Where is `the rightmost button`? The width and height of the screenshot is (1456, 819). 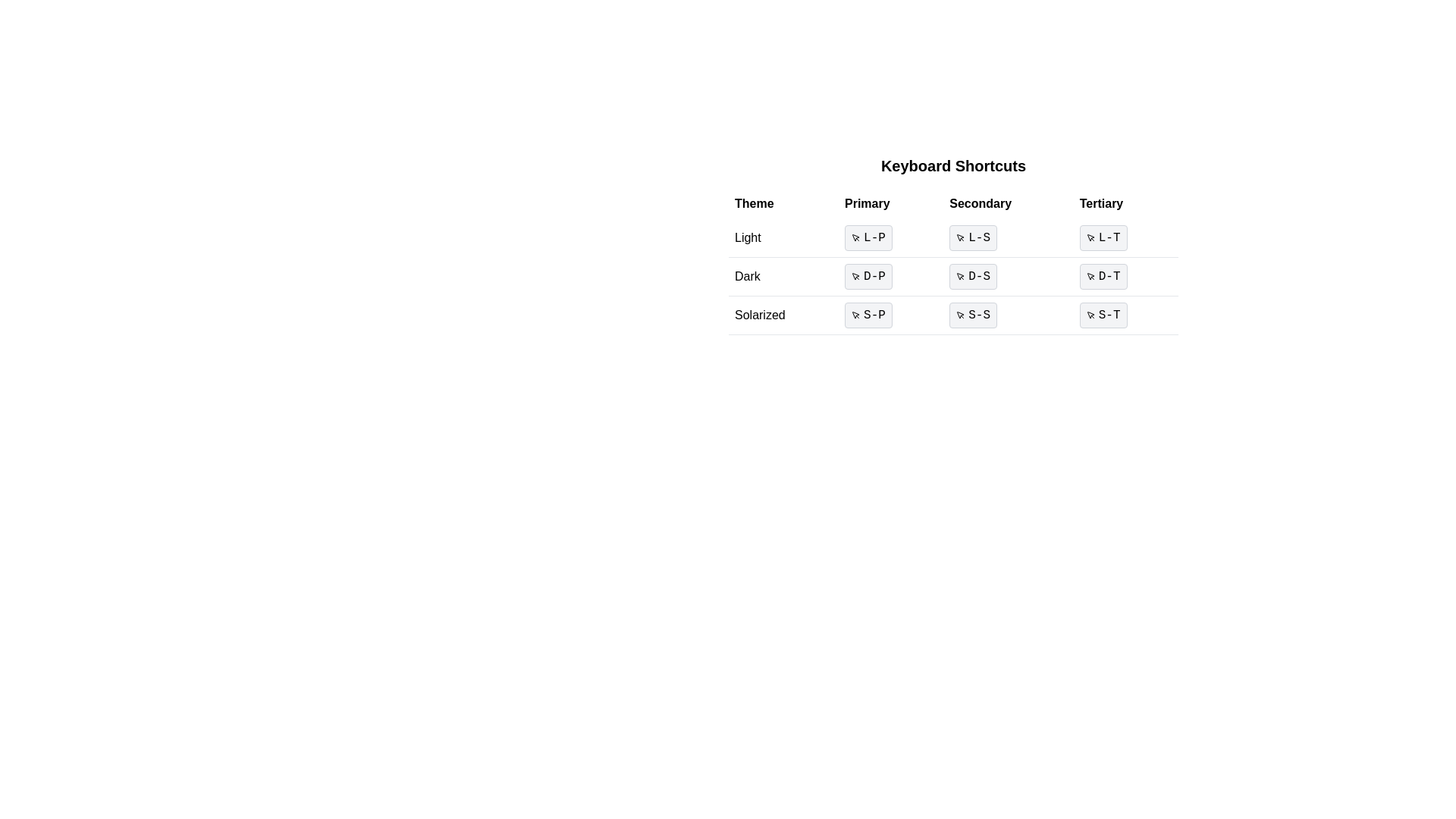
the rightmost button is located at coordinates (1103, 315).